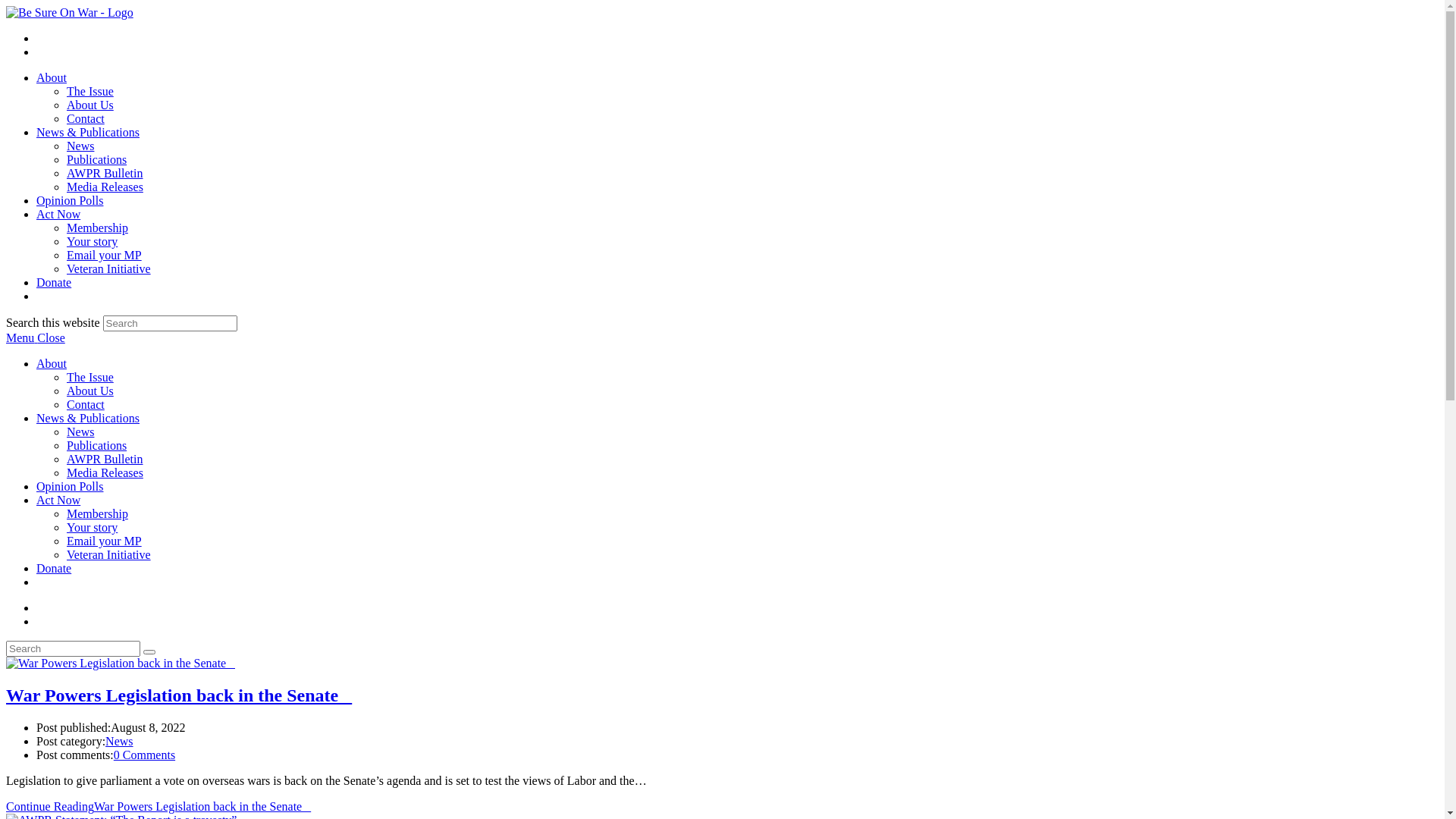  Describe the element at coordinates (54, 568) in the screenshot. I see `'Donate'` at that location.